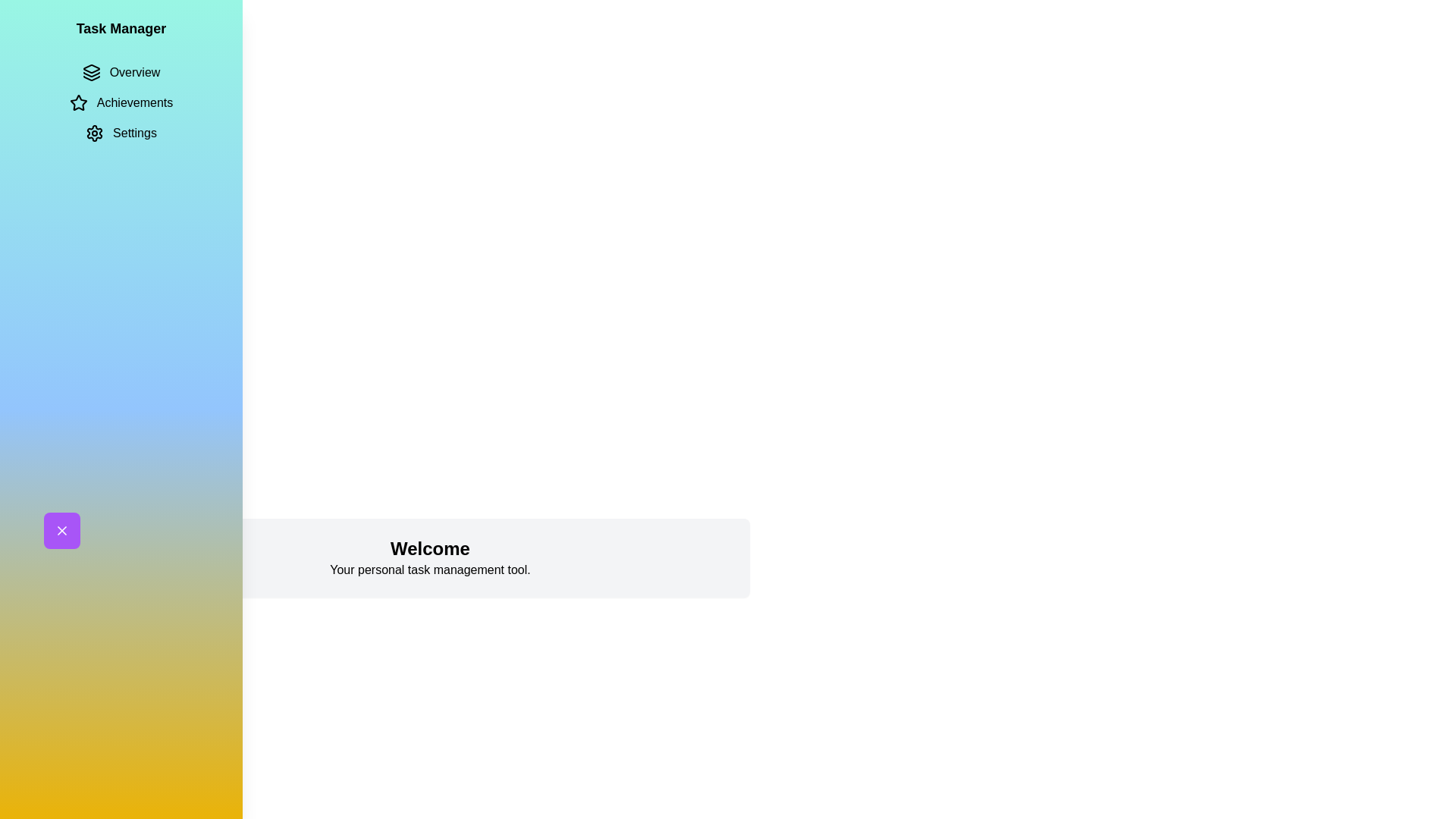 The width and height of the screenshot is (1456, 819). Describe the element at coordinates (61, 529) in the screenshot. I see `the purple square-shaped close button with a white 'X' icon` at that location.